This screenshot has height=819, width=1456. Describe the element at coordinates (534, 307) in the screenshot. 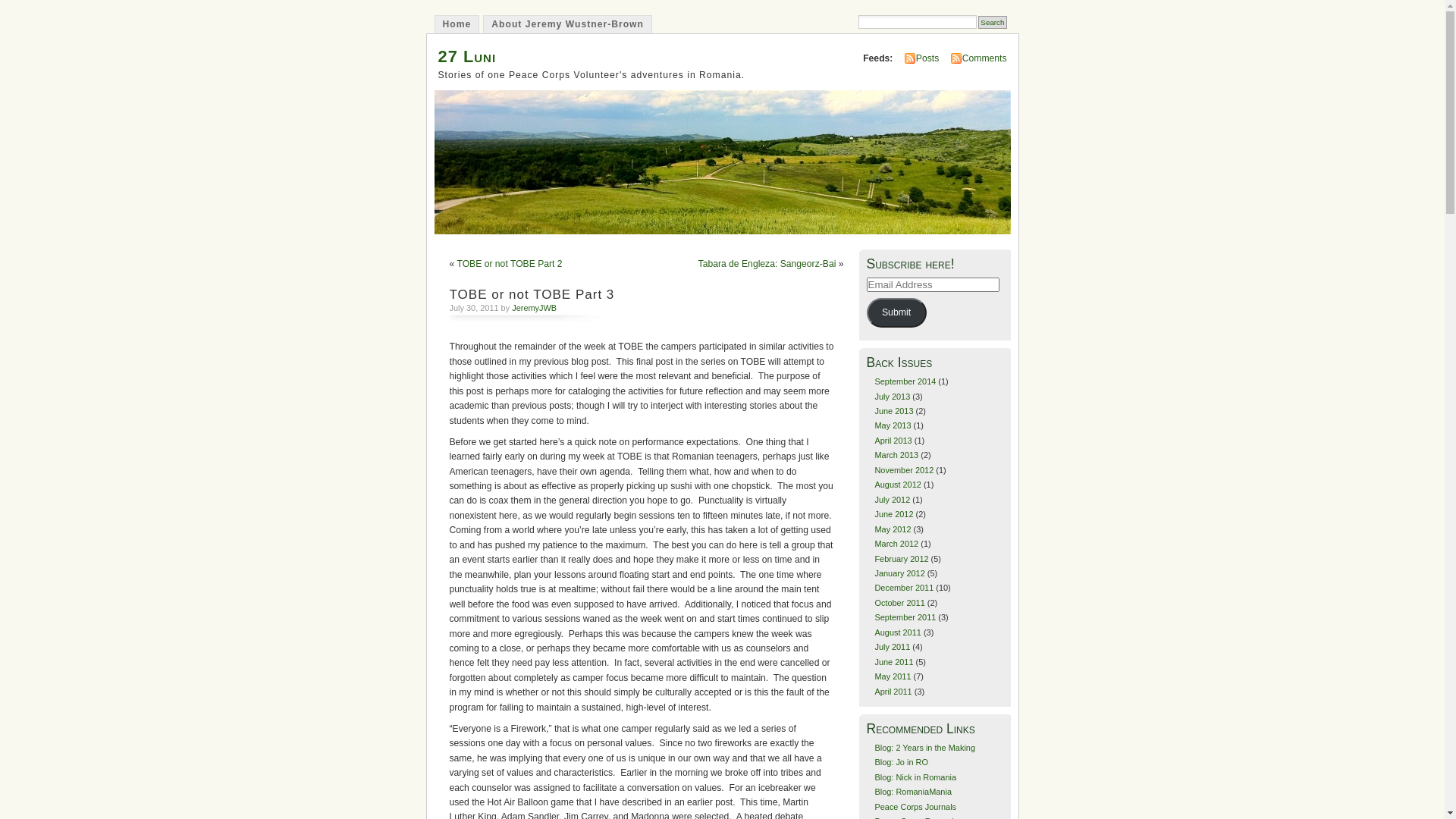

I see `'JeremyJWB'` at that location.